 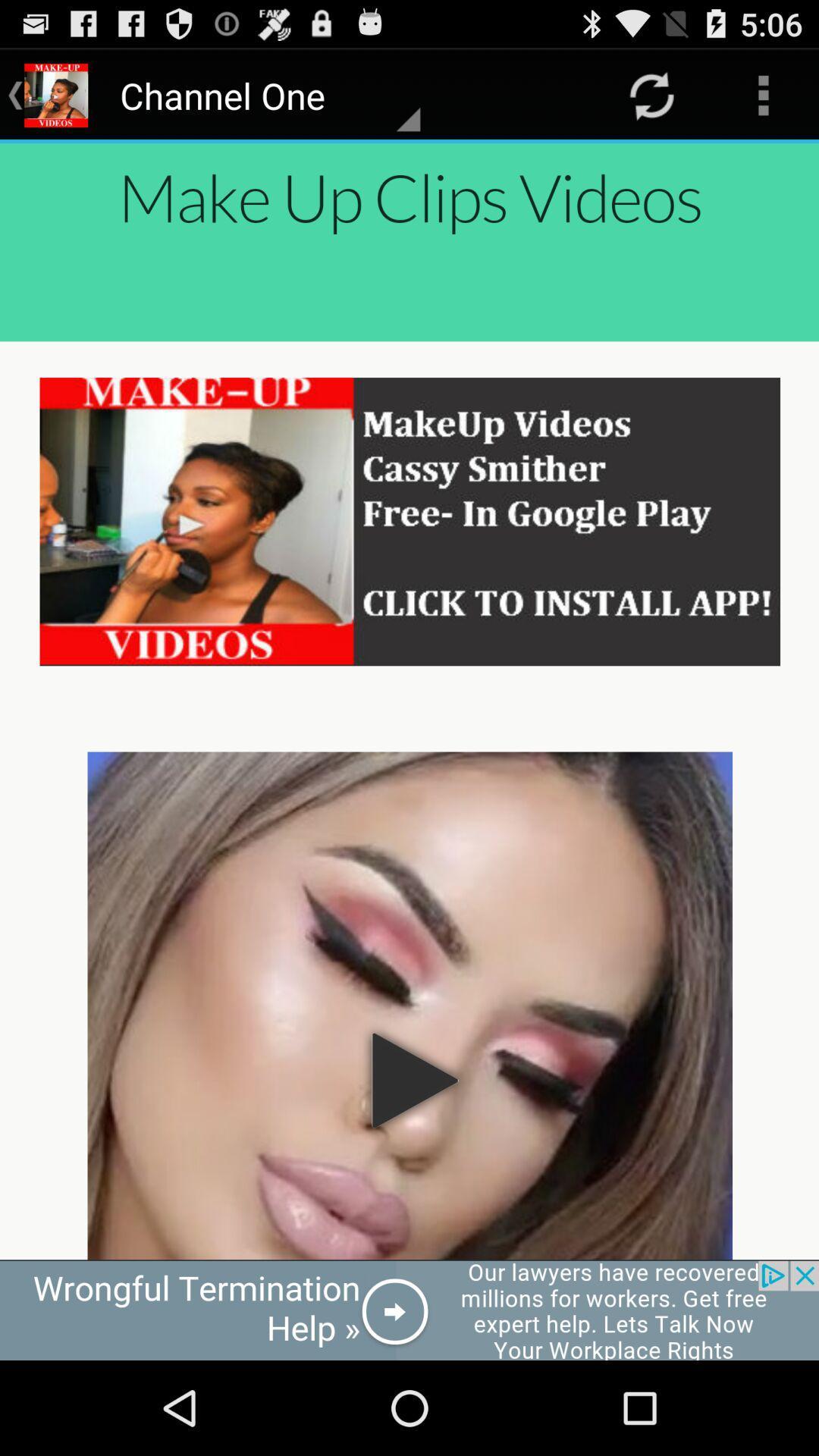 What do you see at coordinates (409, 1310) in the screenshot?
I see `open advertisement` at bounding box center [409, 1310].